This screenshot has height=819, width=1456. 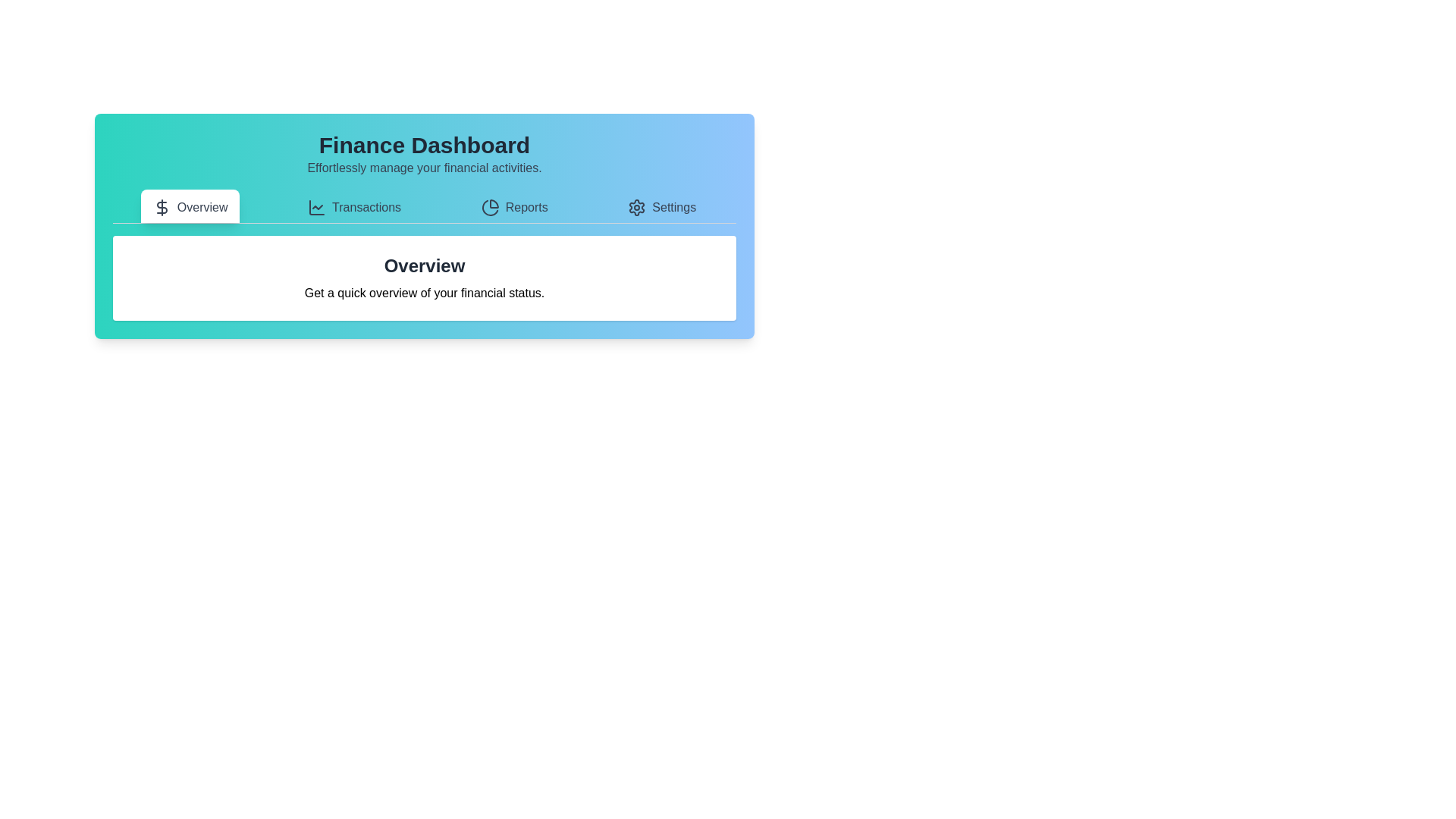 I want to click on the Settings tab, so click(x=662, y=206).